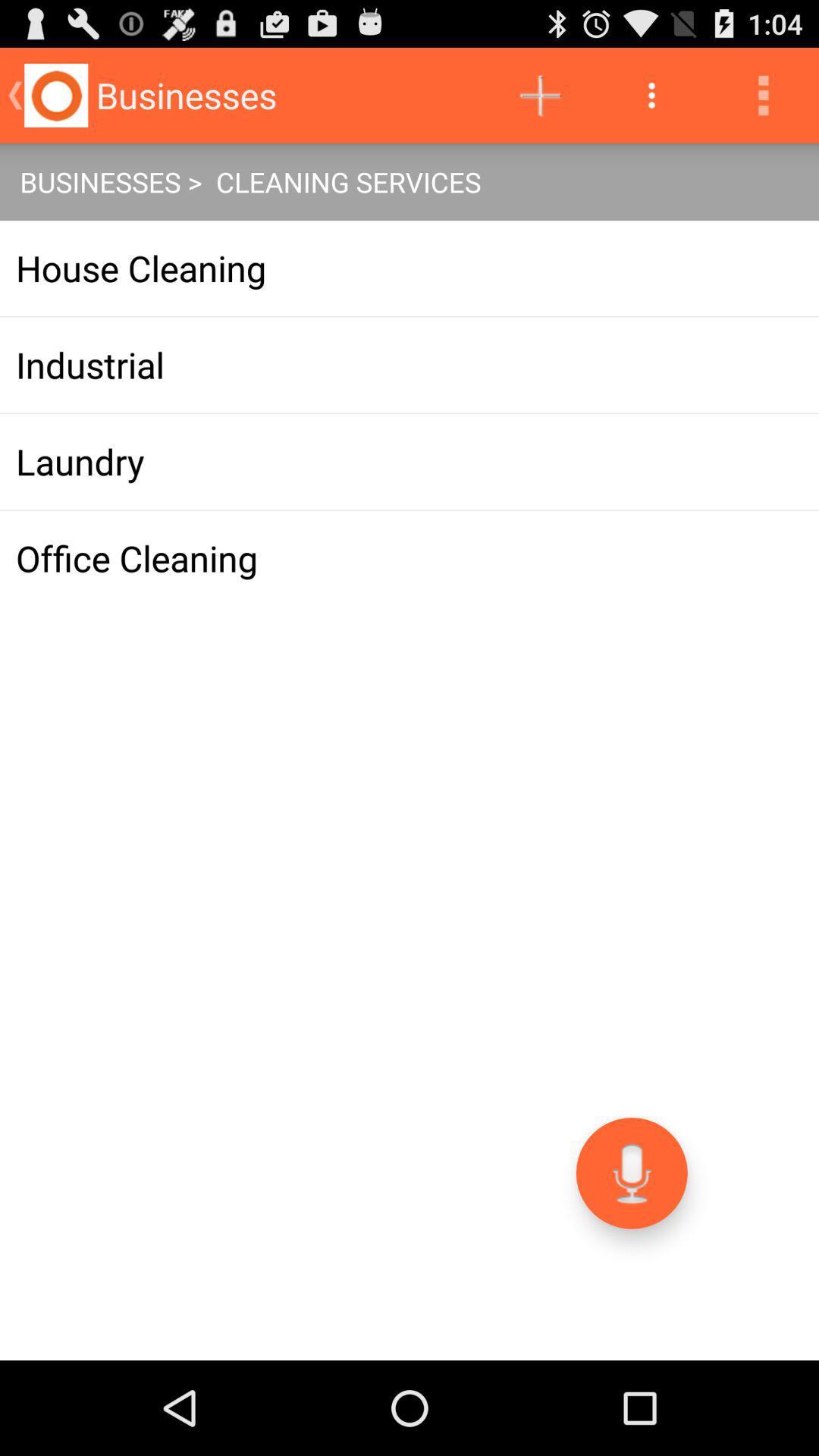 This screenshot has width=819, height=1456. What do you see at coordinates (632, 1172) in the screenshot?
I see `icon at the bottom right corner` at bounding box center [632, 1172].